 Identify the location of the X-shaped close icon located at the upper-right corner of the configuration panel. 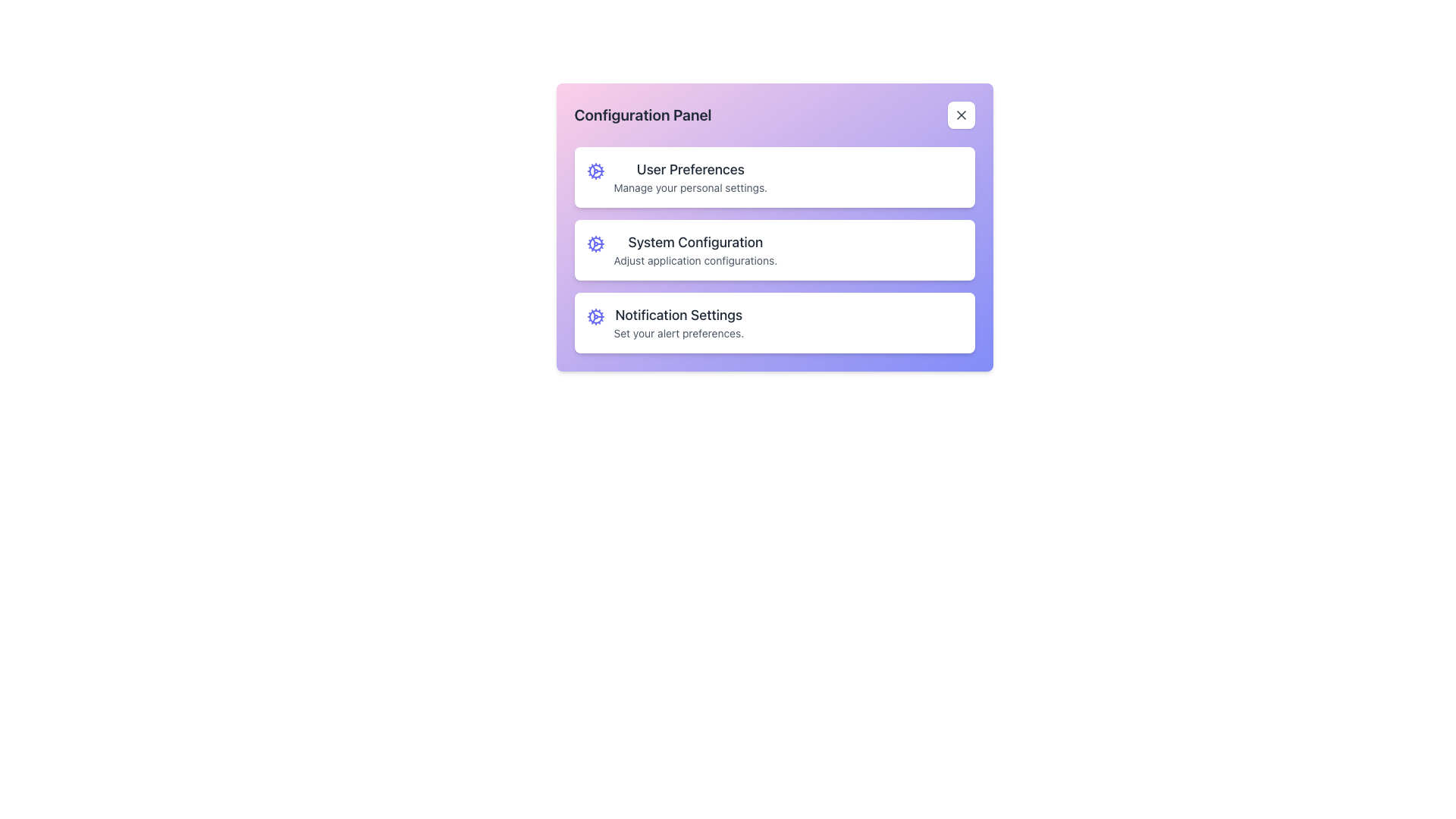
(960, 114).